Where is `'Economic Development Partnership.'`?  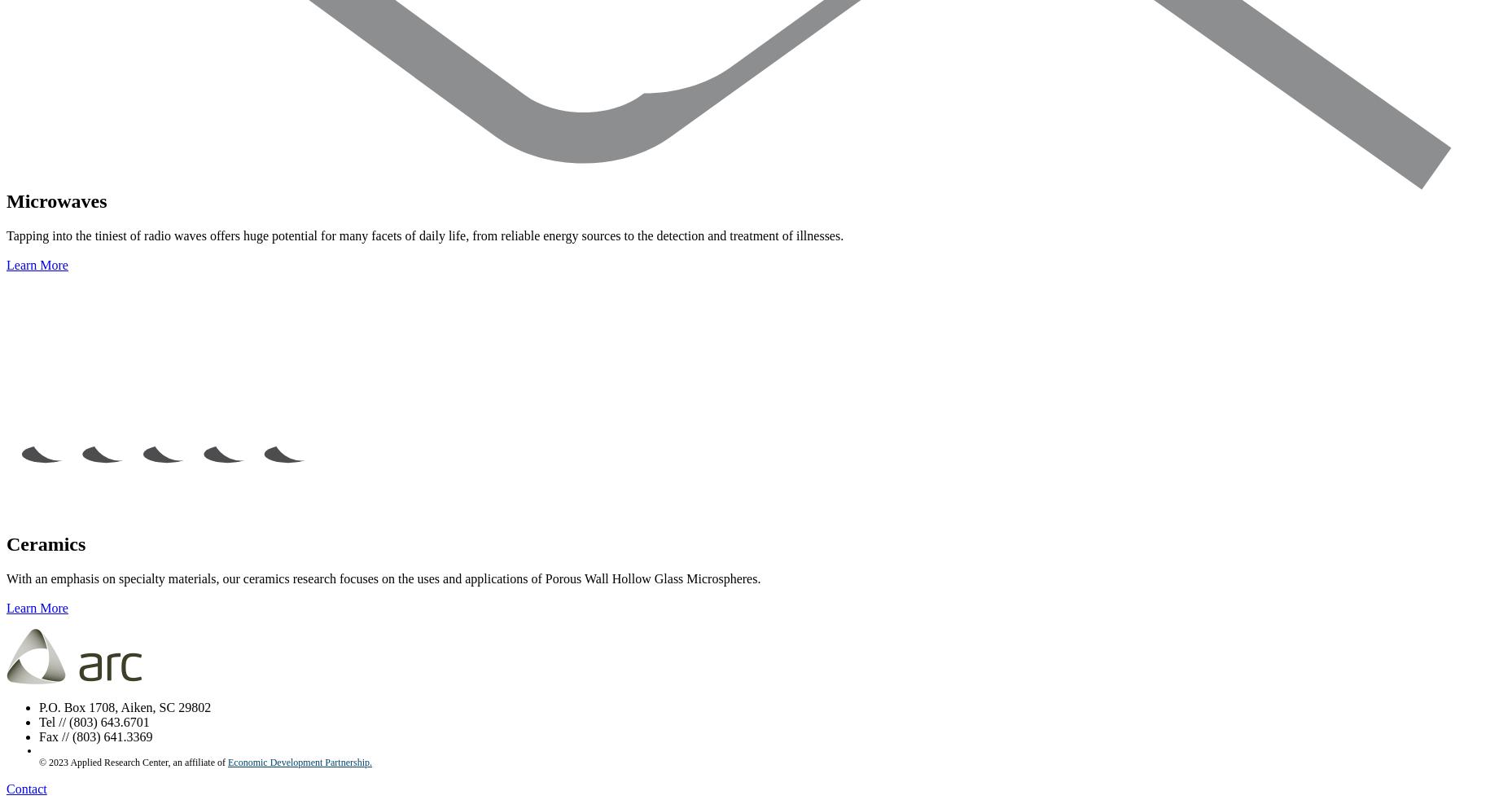
'Economic Development Partnership.' is located at coordinates (300, 761).